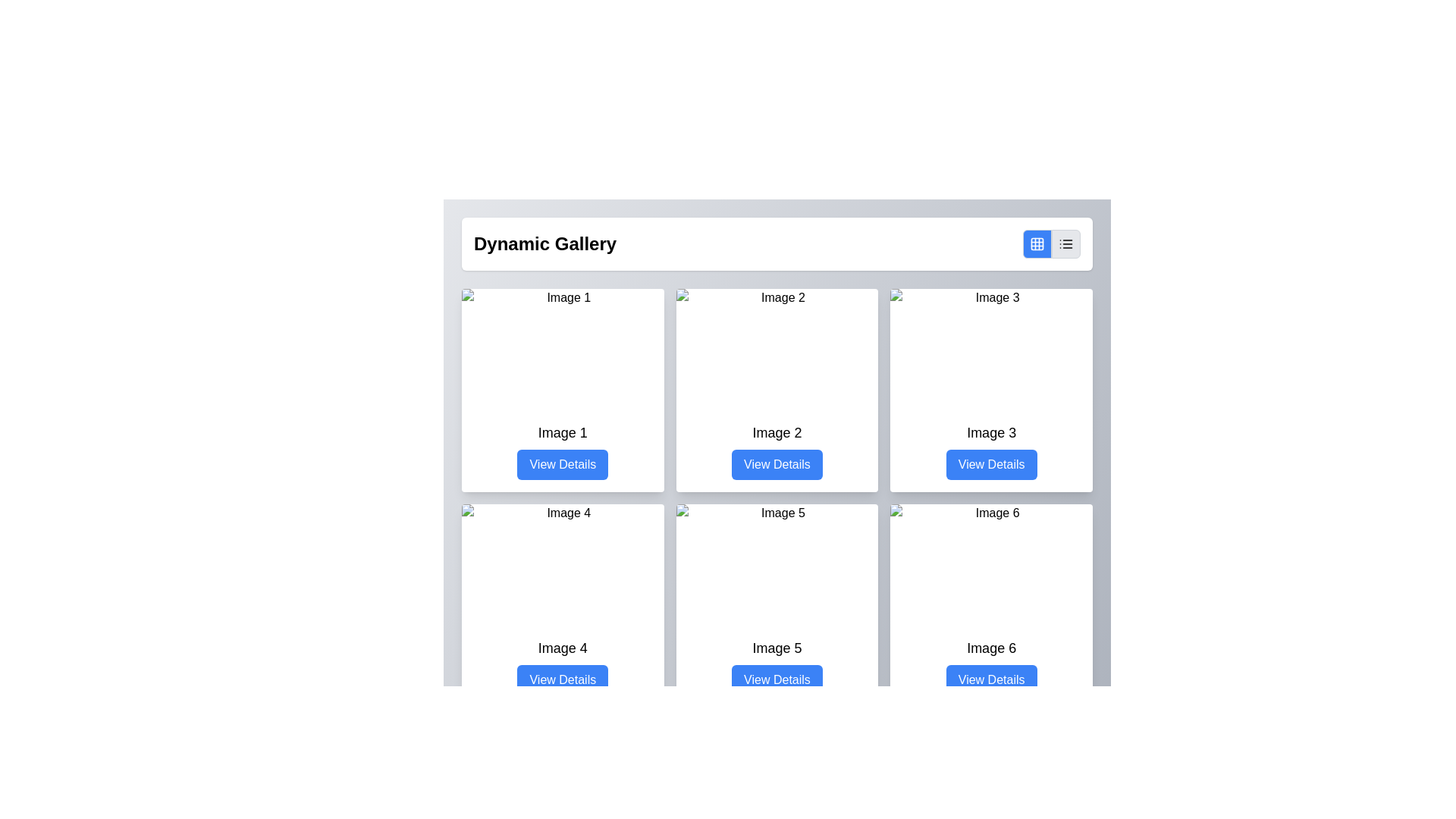 The width and height of the screenshot is (1456, 819). Describe the element at coordinates (562, 464) in the screenshot. I see `the button associated with 'Image 1' to trigger hover effects` at that location.